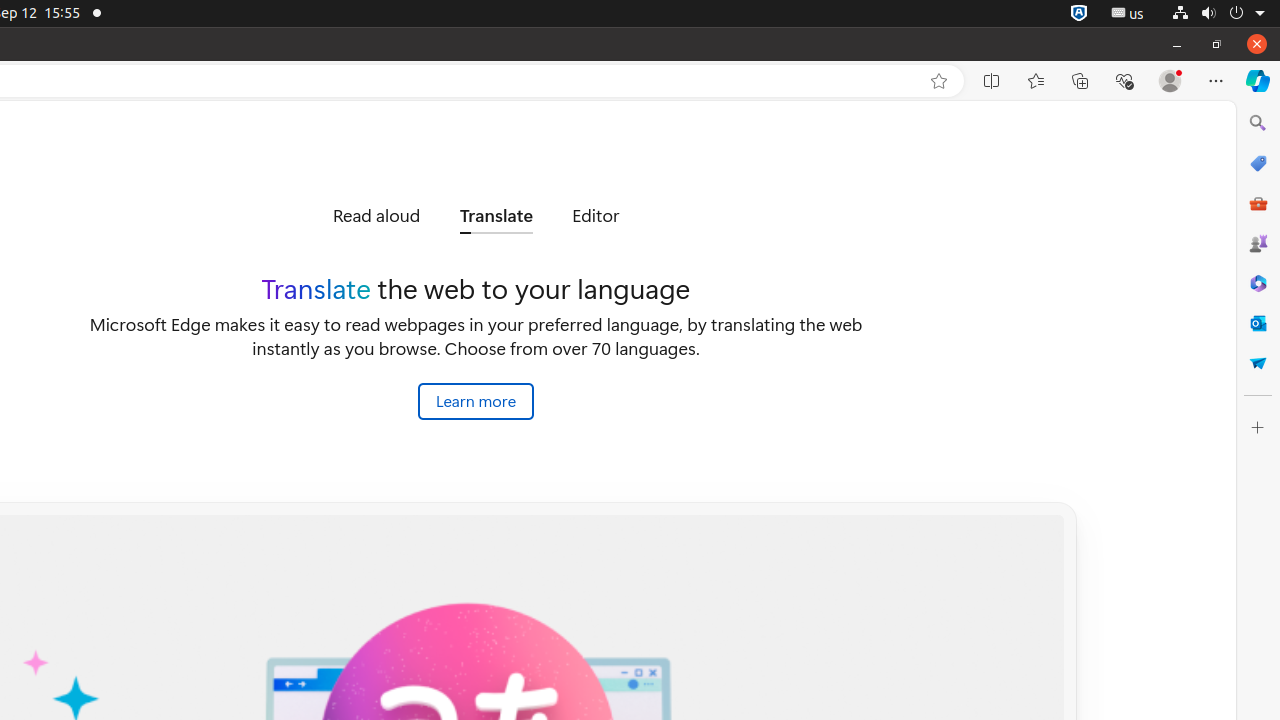 The width and height of the screenshot is (1280, 720). What do you see at coordinates (1256, 426) in the screenshot?
I see `'Customize'` at bounding box center [1256, 426].